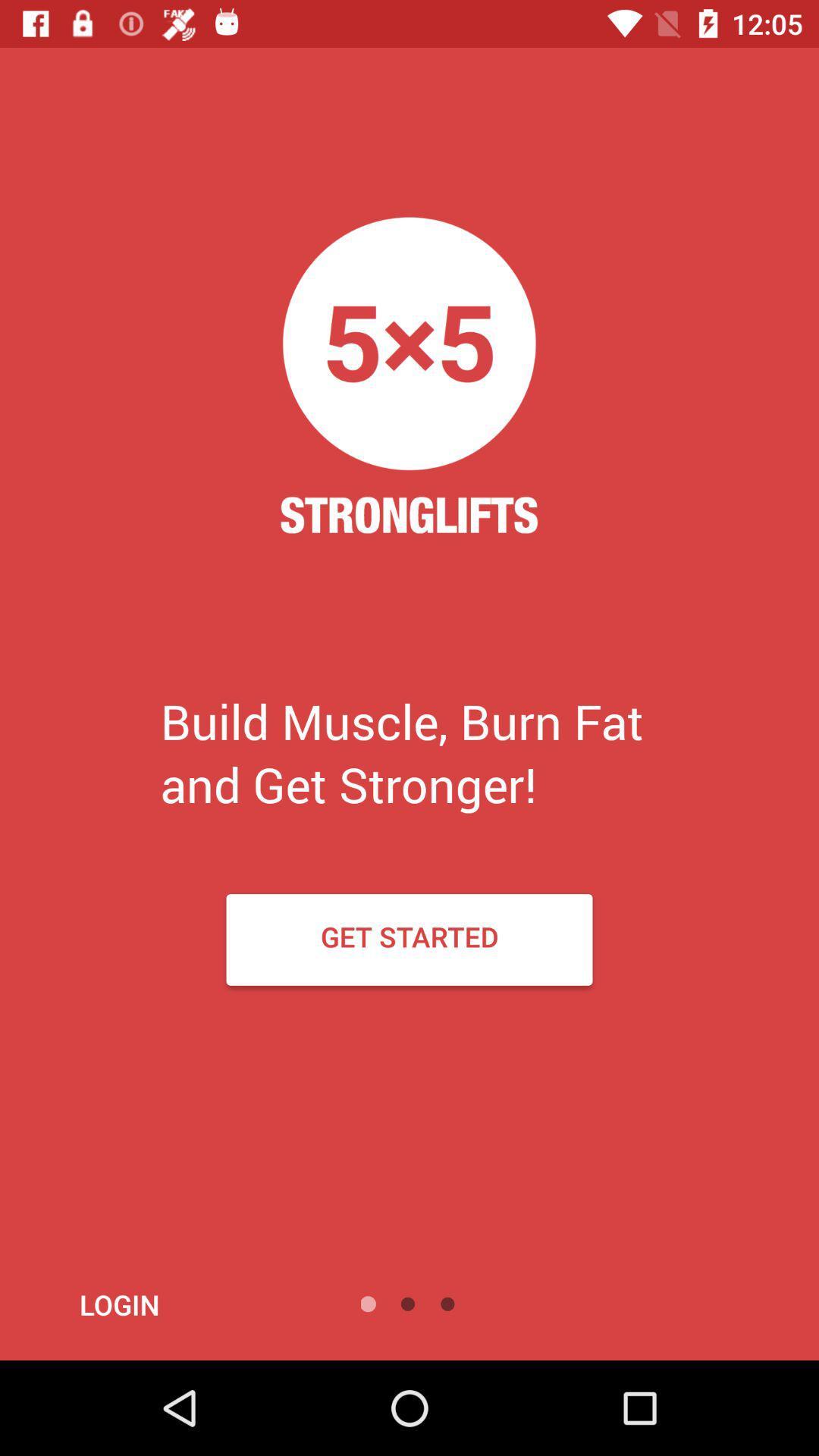 The width and height of the screenshot is (819, 1456). What do you see at coordinates (409, 939) in the screenshot?
I see `the icon above the login` at bounding box center [409, 939].